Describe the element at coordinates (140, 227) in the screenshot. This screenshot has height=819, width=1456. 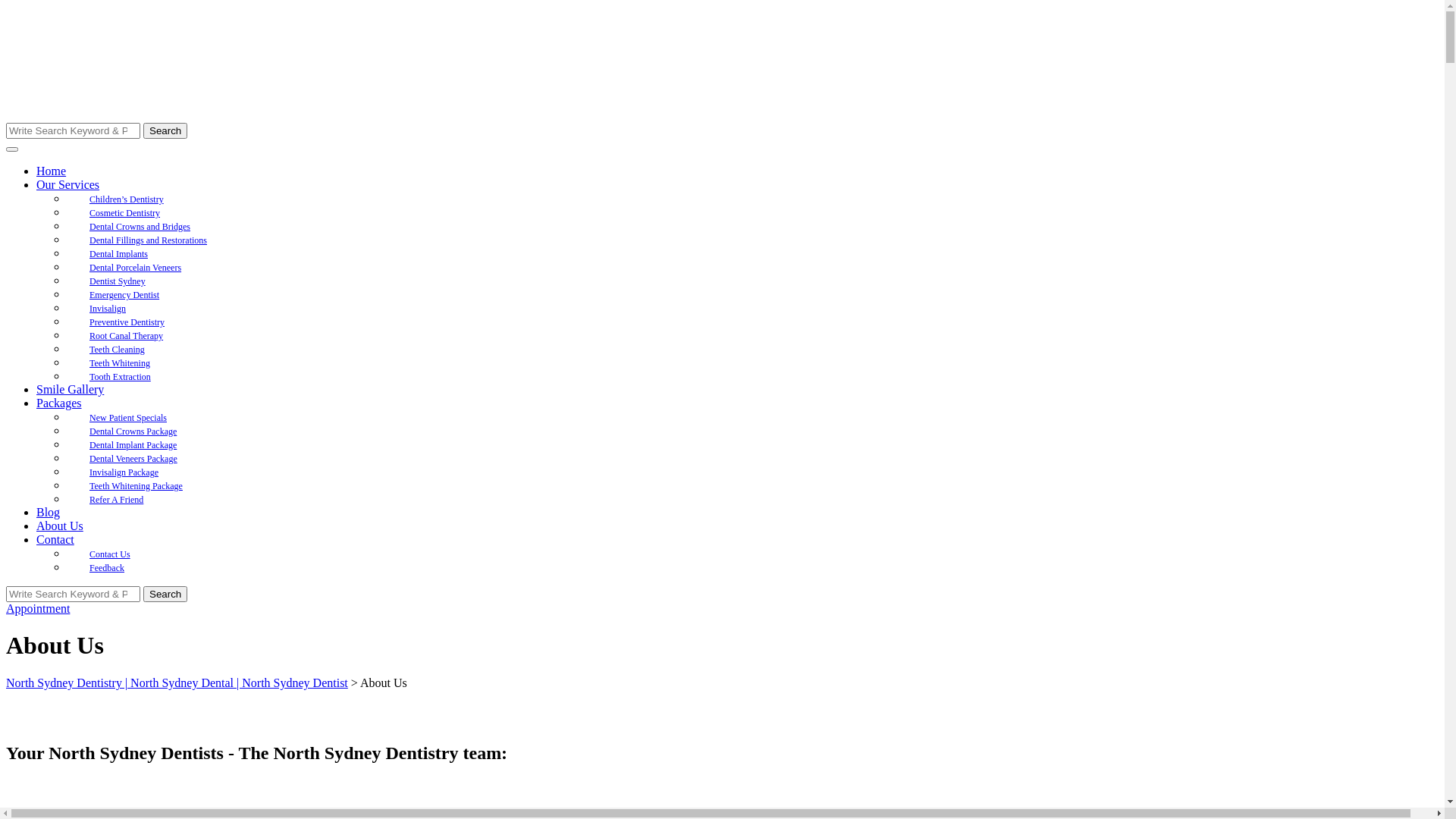
I see `'Dental Crowns and Bridges'` at that location.